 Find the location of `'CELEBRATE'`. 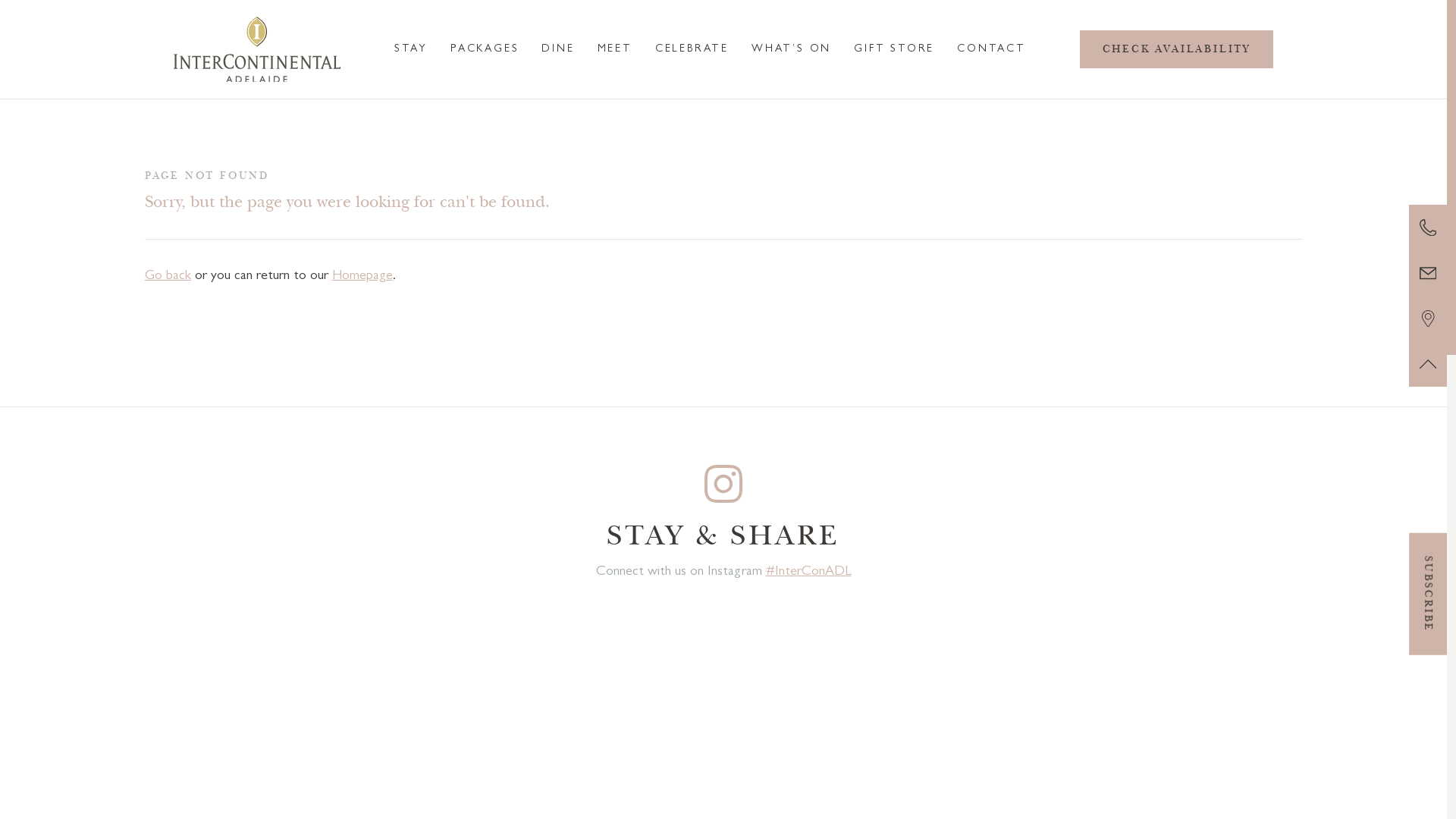

'CELEBRATE' is located at coordinates (691, 49).